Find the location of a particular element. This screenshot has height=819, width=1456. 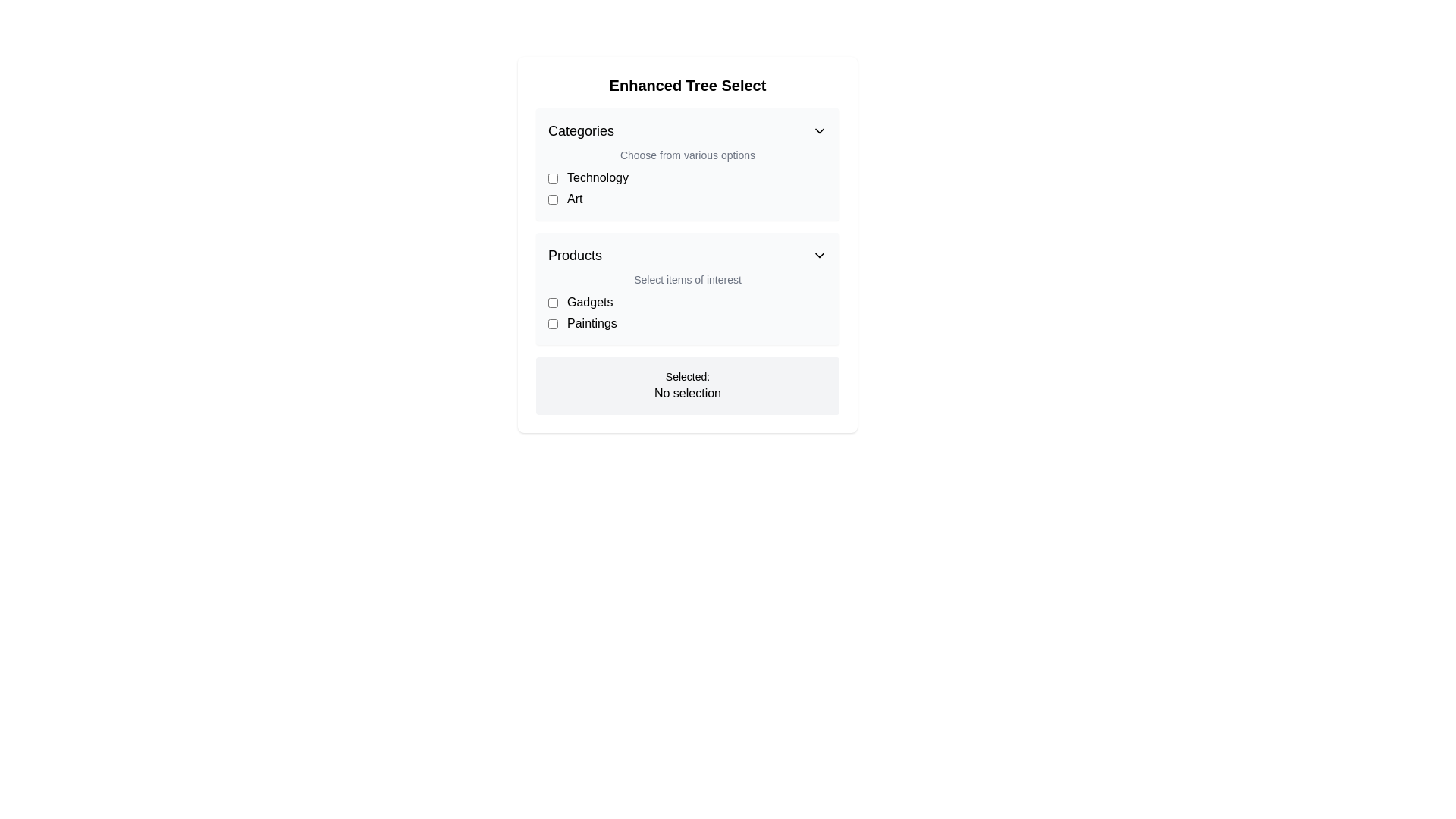

the small square checkbox located to the left of the 'Technology' label in the 'Categories' section is located at coordinates (552, 177).